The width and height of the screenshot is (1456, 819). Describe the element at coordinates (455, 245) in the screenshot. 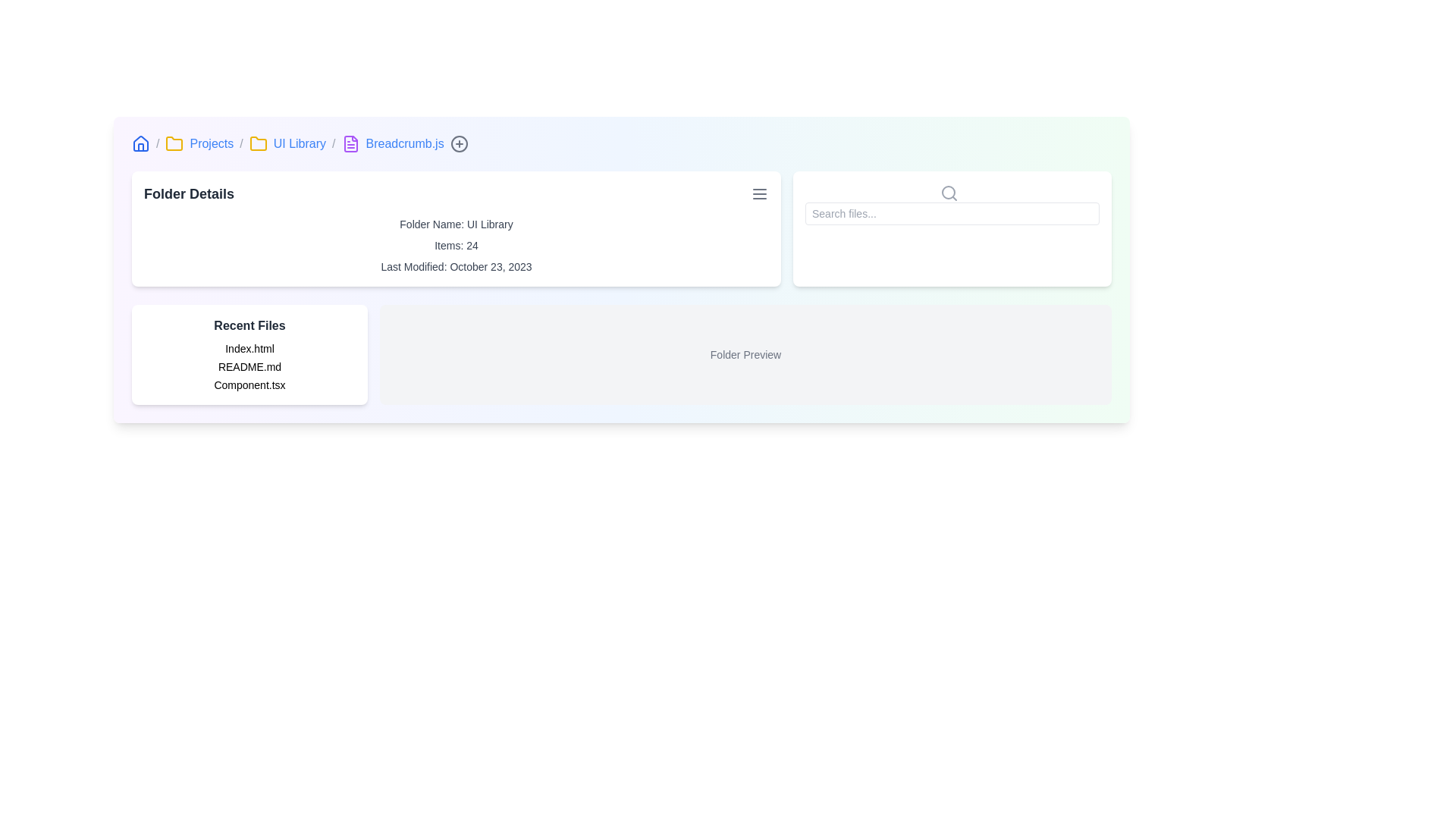

I see `the Text block that provides descriptive metadata about a folder, located within the 'Folder Details' card, positioned centrally beneath the card's title` at that location.